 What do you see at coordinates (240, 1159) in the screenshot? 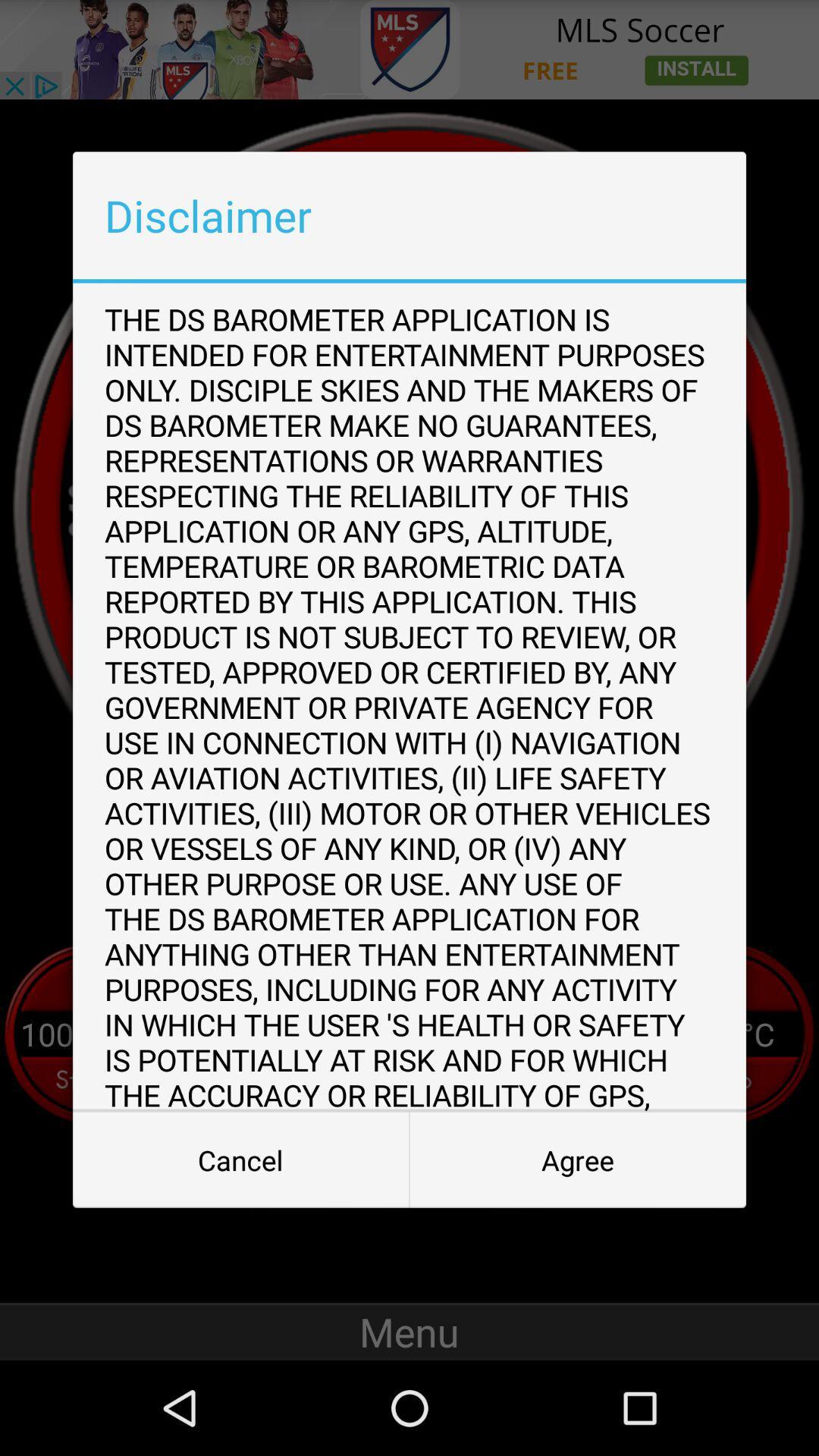
I see `cancel item` at bounding box center [240, 1159].